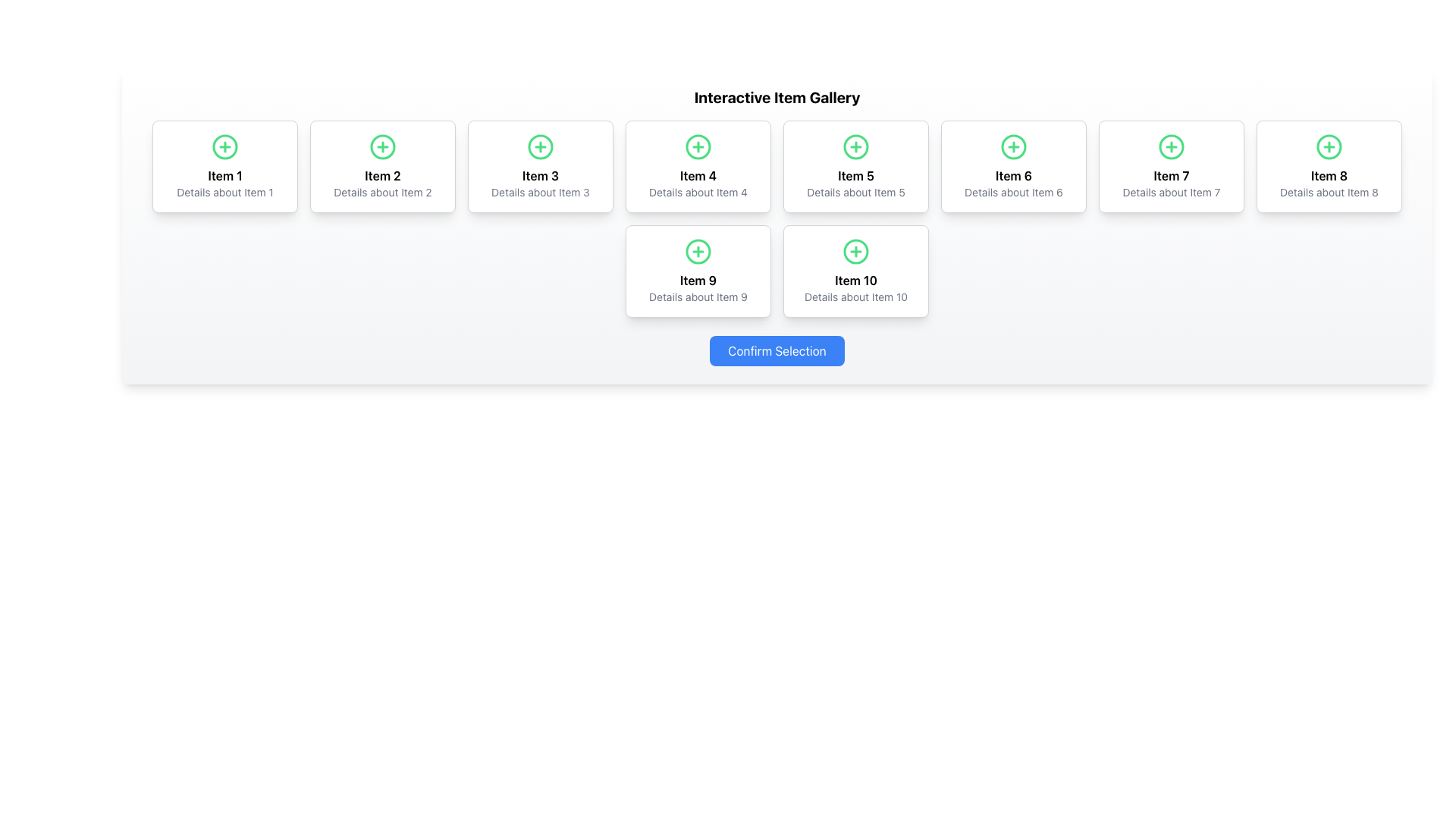 This screenshot has width=1456, height=819. Describe the element at coordinates (855, 250) in the screenshot. I see `the green circular plus icon button located in the upper section of the card labeled 'Item 10' within the 'Interactive Item Gallery'` at that location.